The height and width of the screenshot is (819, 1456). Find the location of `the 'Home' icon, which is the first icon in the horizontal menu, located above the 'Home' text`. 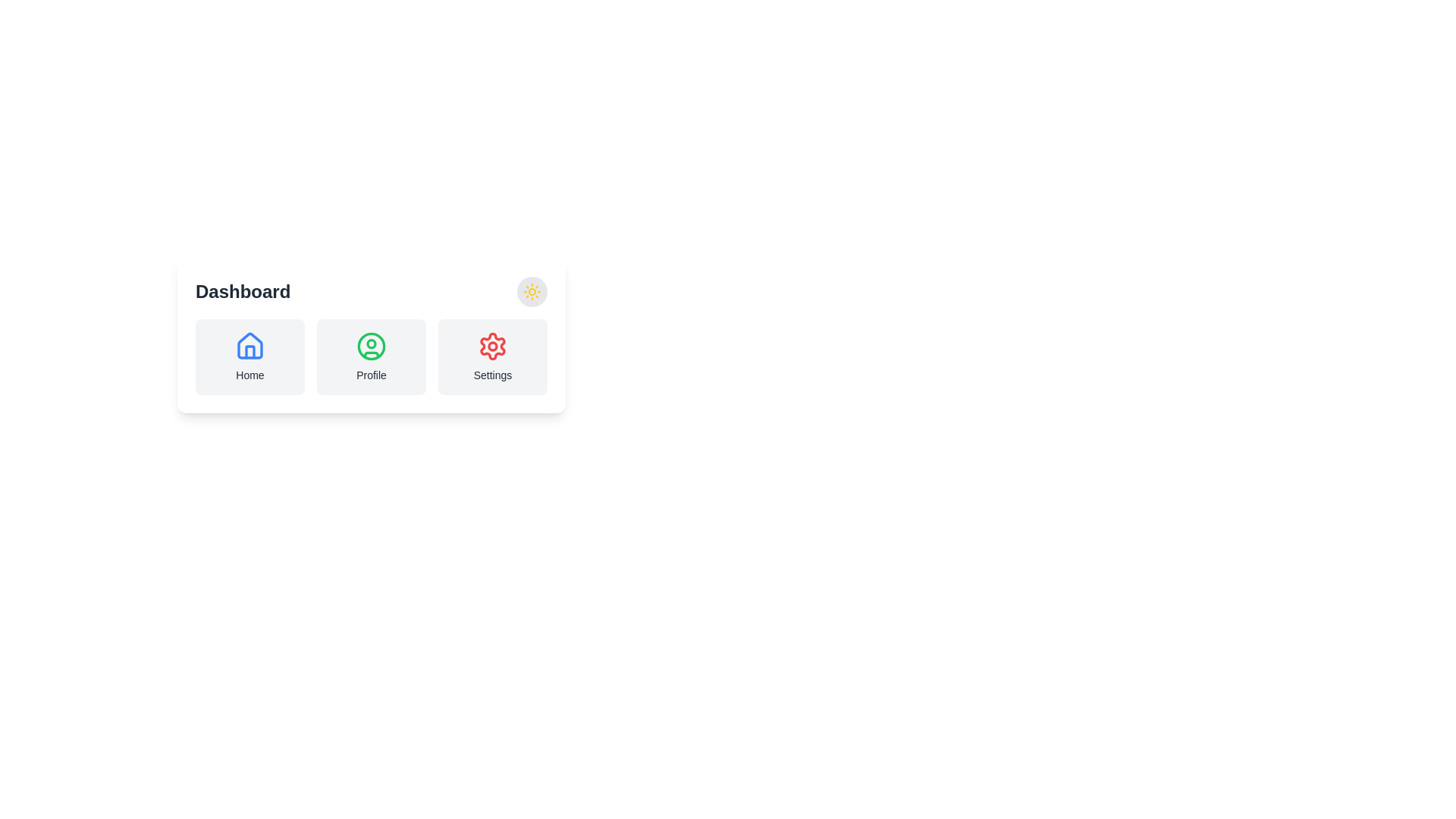

the 'Home' icon, which is the first icon in the horizontal menu, located above the 'Home' text is located at coordinates (250, 346).